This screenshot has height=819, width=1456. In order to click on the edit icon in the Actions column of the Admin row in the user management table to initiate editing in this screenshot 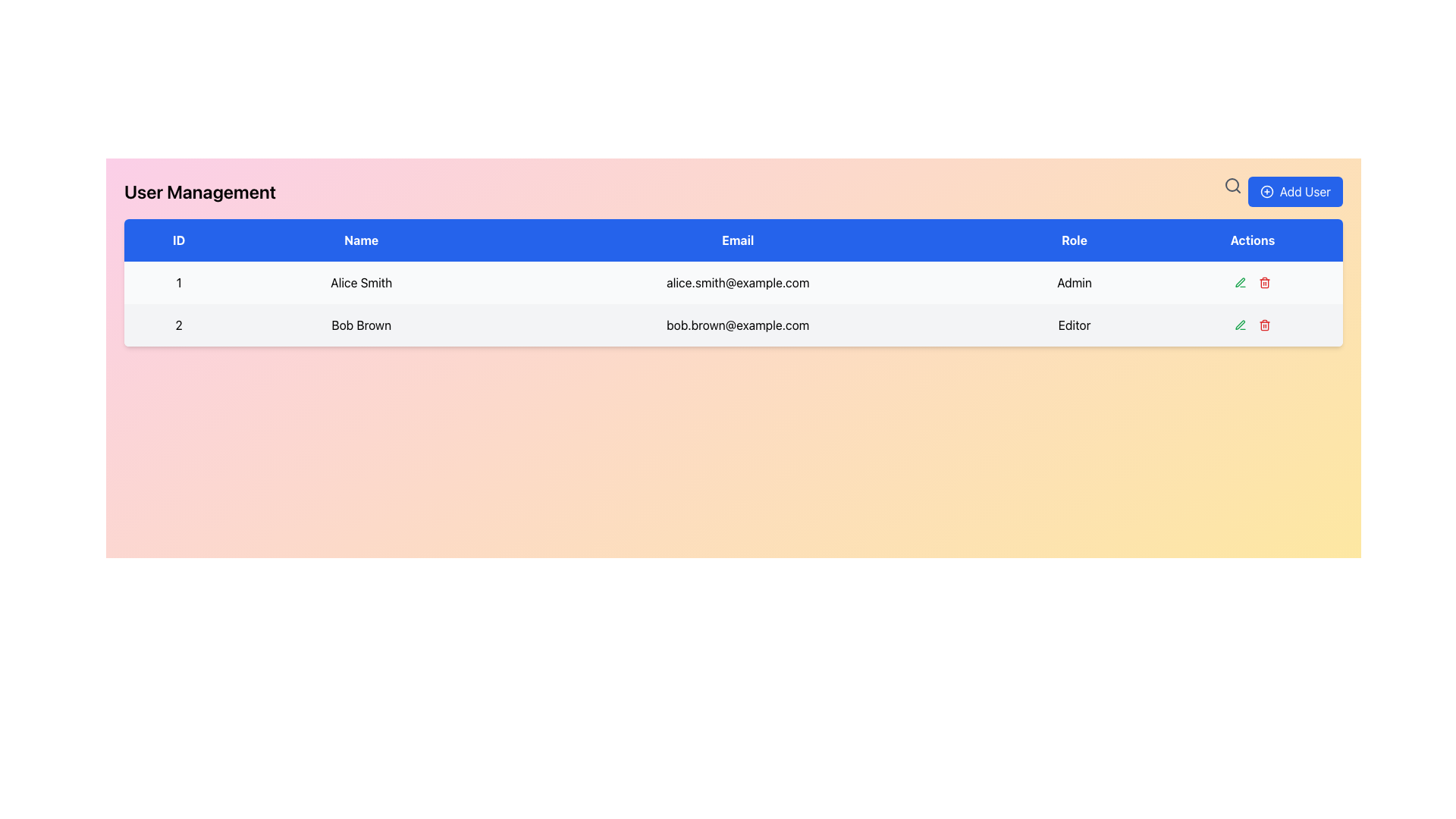, I will do `click(1252, 283)`.